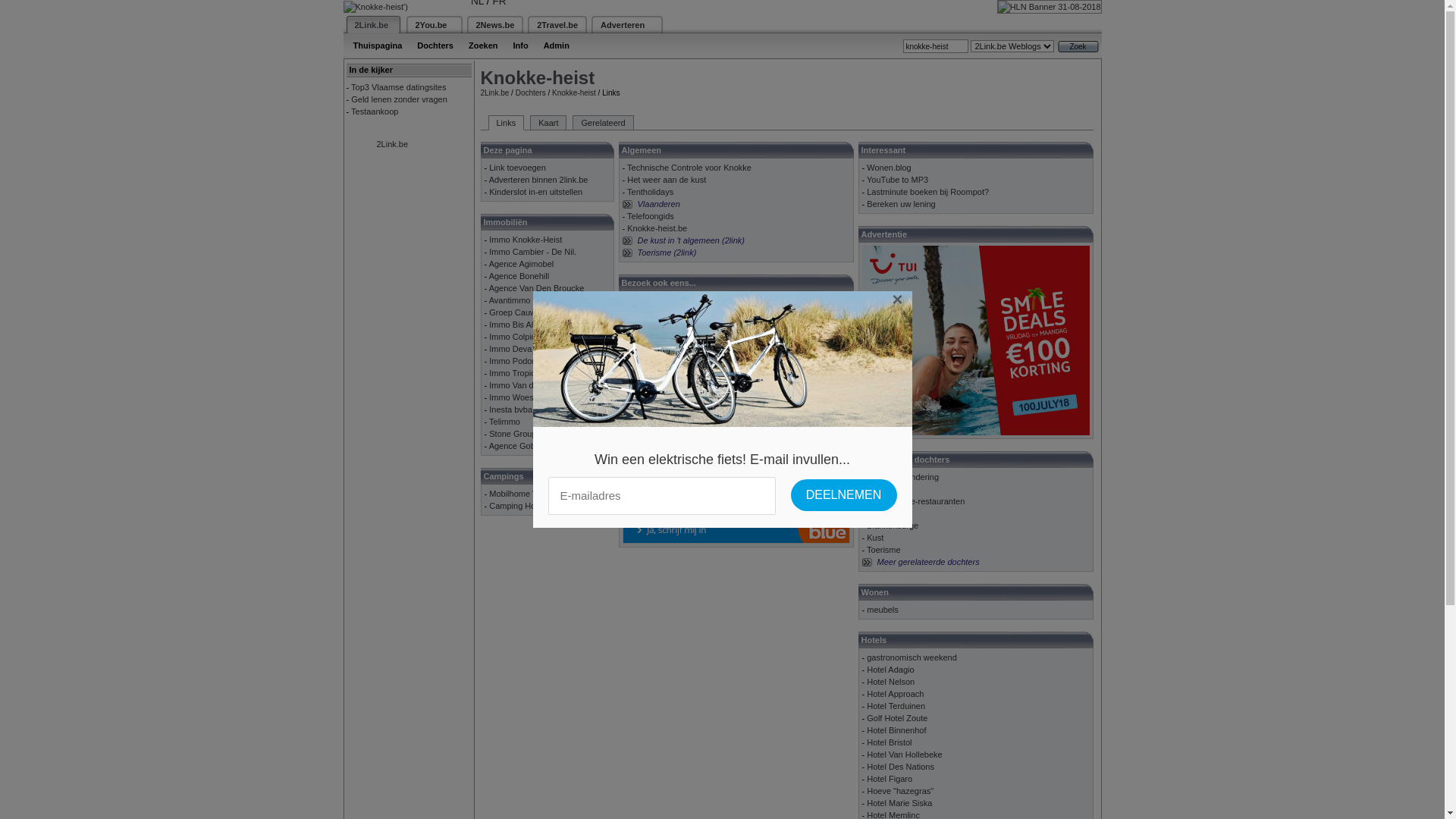 The width and height of the screenshot is (1456, 819). What do you see at coordinates (488, 288) in the screenshot?
I see `'Agence Van Den Broucke'` at bounding box center [488, 288].